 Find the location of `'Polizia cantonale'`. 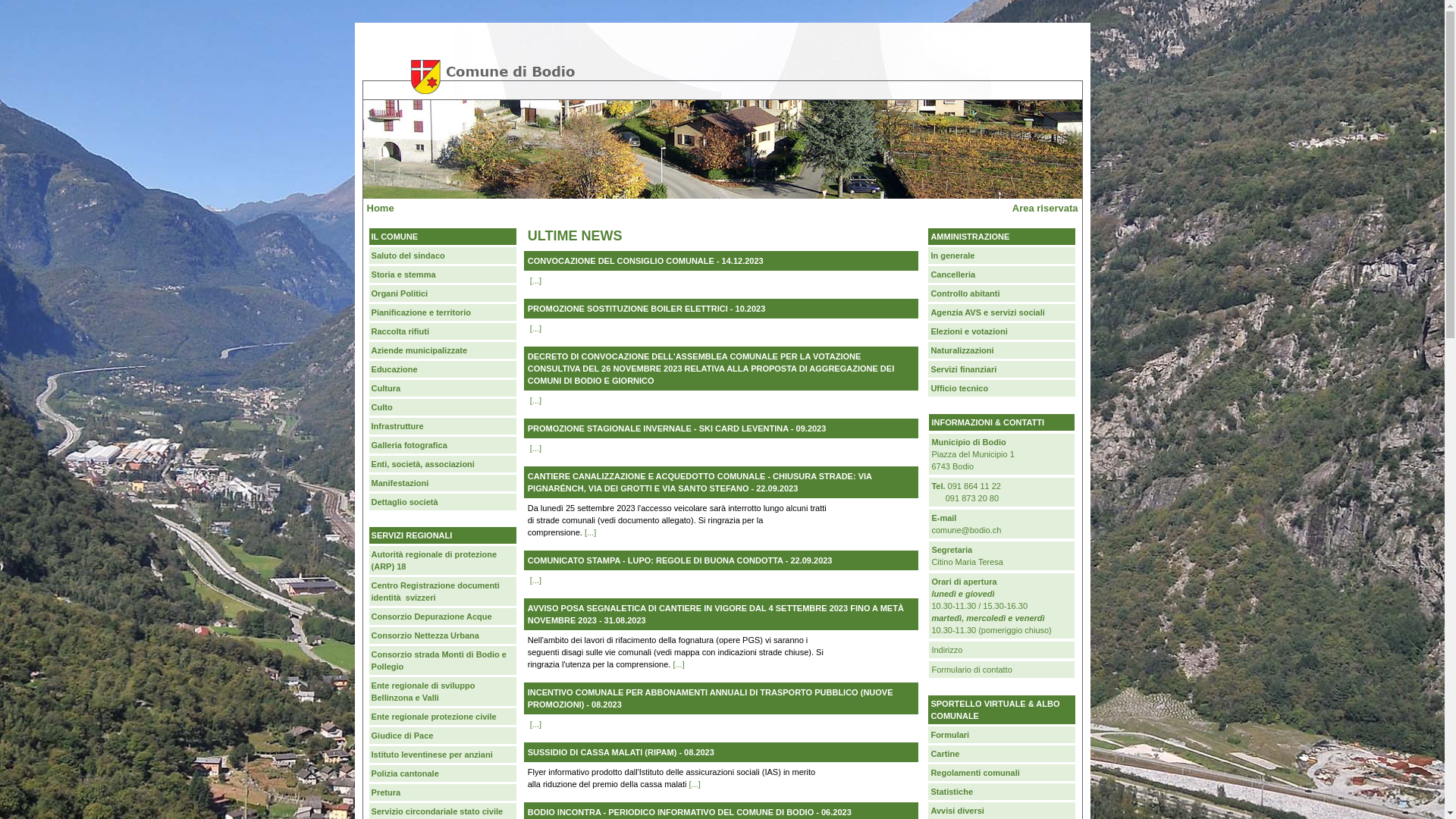

'Polizia cantonale' is located at coordinates (442, 773).